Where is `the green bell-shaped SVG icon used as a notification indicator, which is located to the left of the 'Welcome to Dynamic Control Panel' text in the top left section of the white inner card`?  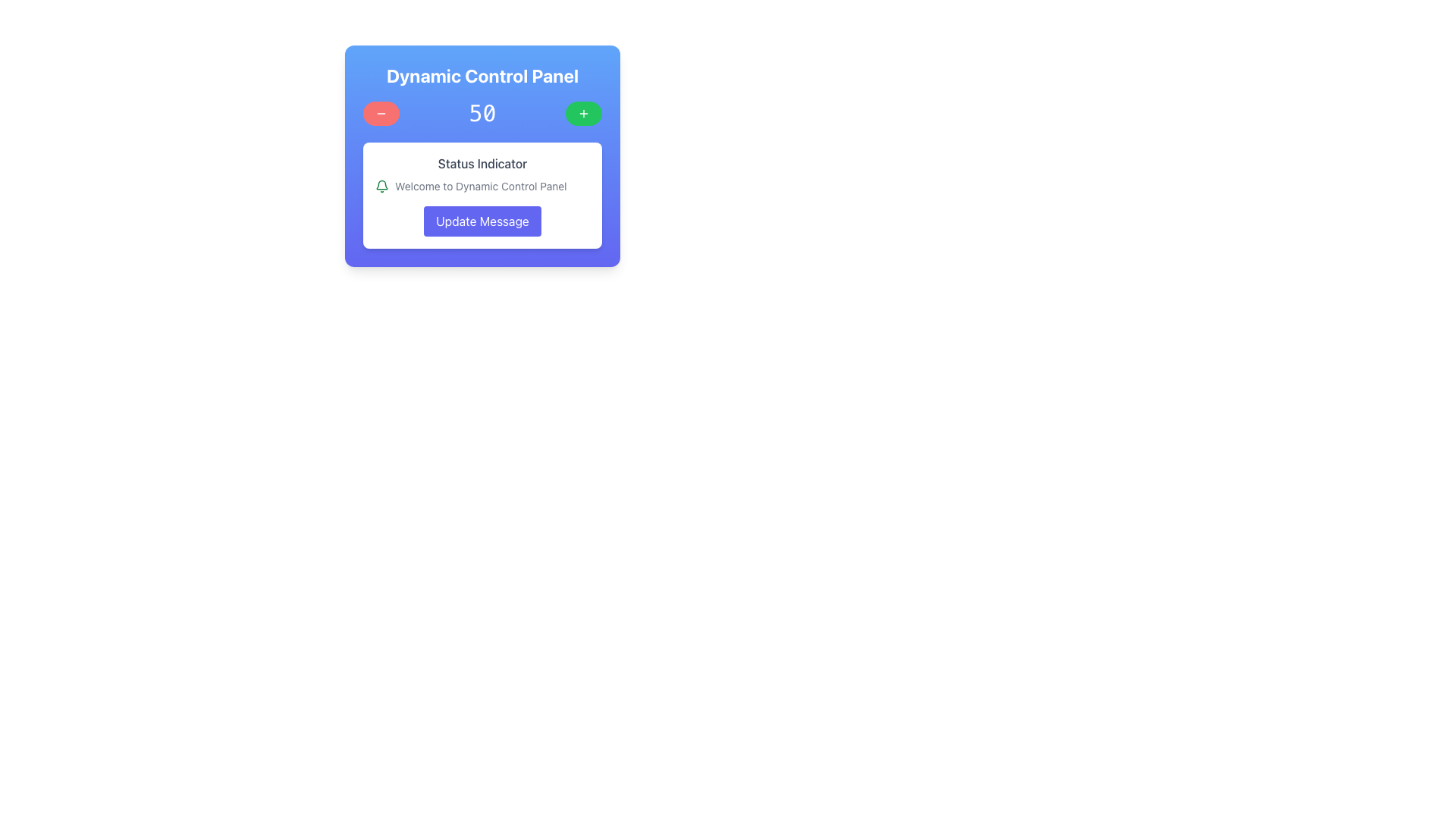 the green bell-shaped SVG icon used as a notification indicator, which is located to the left of the 'Welcome to Dynamic Control Panel' text in the top left section of the white inner card is located at coordinates (382, 186).